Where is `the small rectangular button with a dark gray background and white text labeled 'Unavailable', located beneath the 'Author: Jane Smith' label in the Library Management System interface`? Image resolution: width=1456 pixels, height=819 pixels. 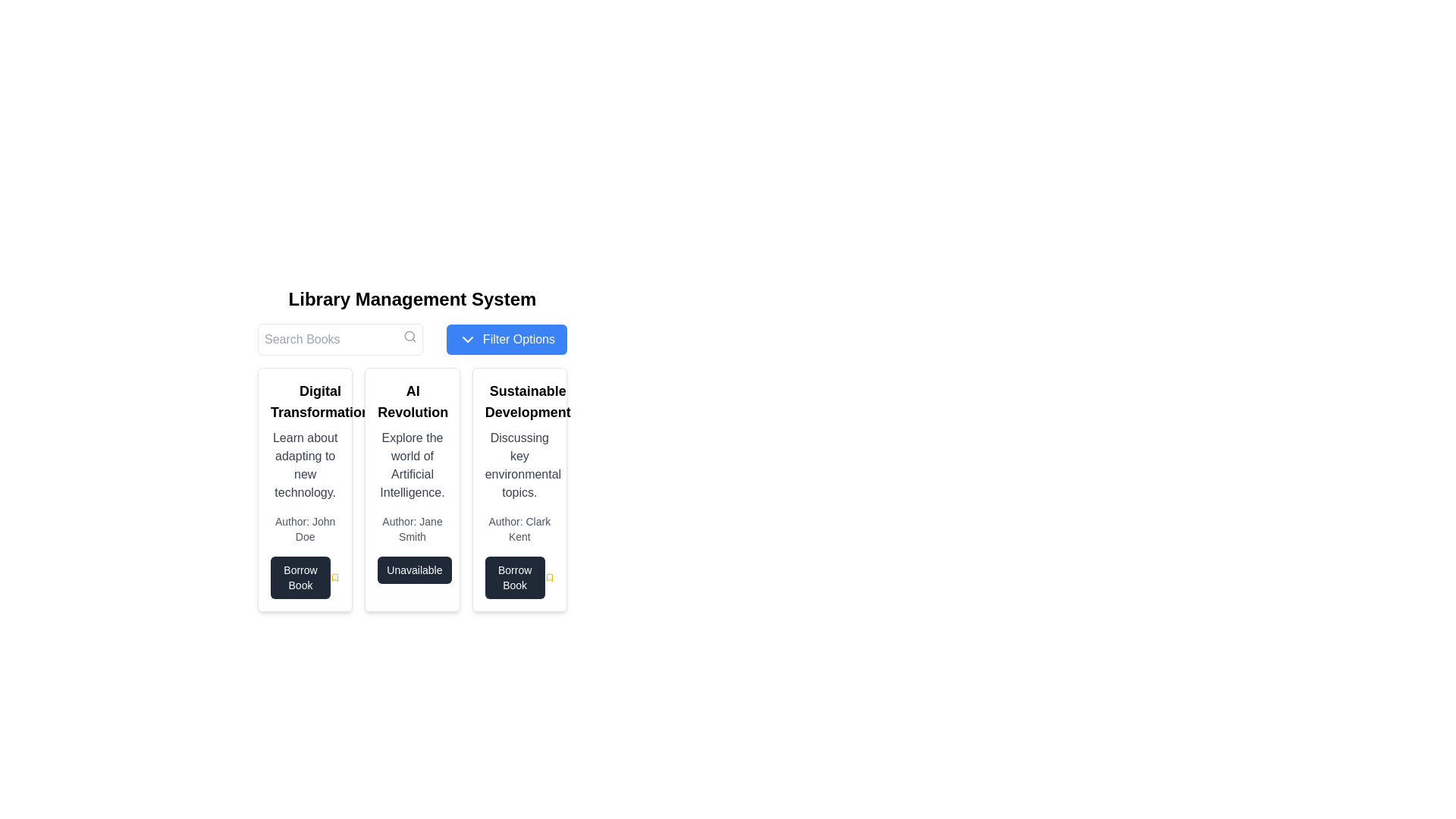 the small rectangular button with a dark gray background and white text labeled 'Unavailable', located beneath the 'Author: Jane Smith' label in the Library Management System interface is located at coordinates (412, 570).